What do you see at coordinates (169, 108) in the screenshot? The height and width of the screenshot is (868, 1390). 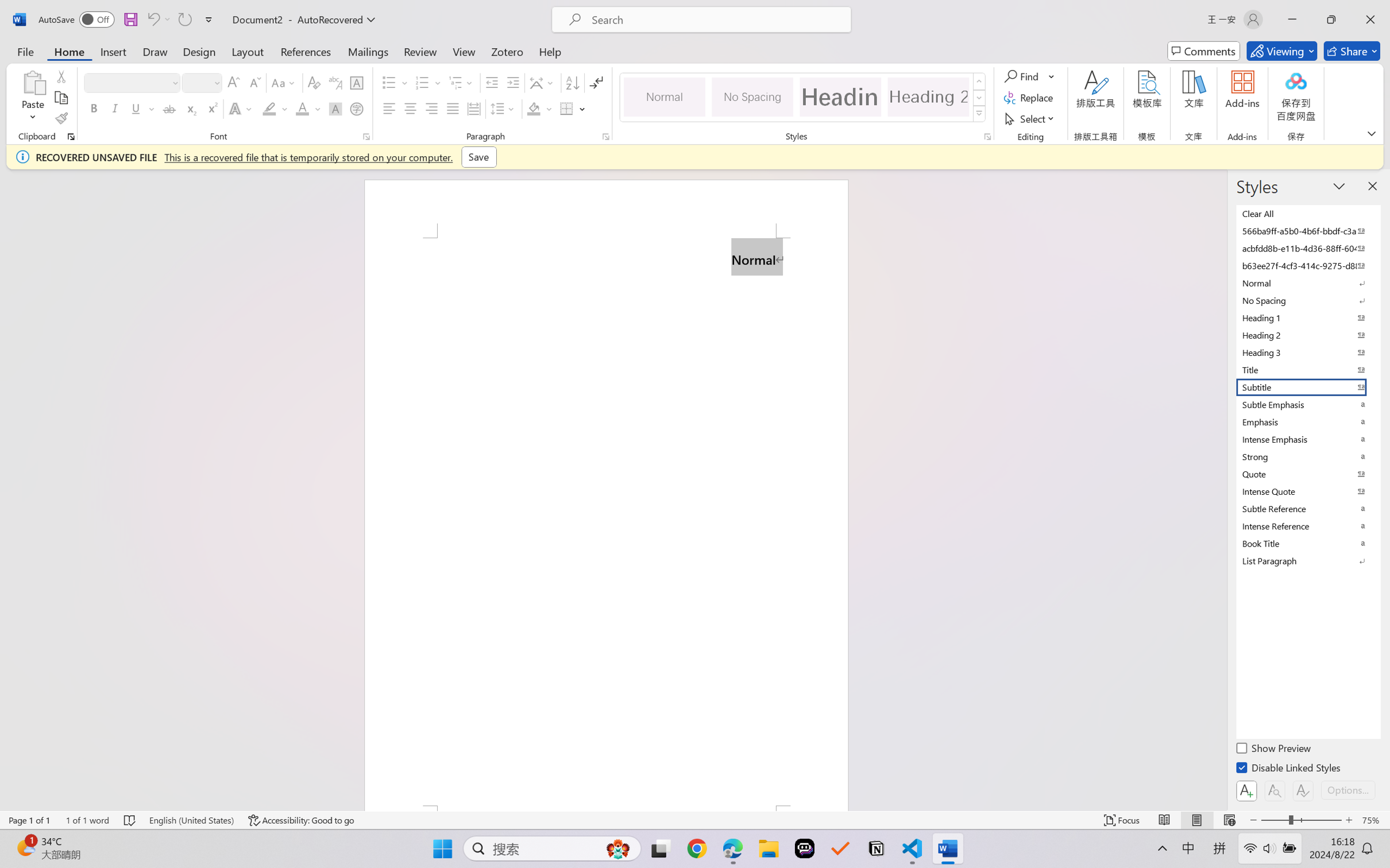 I see `'Strikethrough'` at bounding box center [169, 108].